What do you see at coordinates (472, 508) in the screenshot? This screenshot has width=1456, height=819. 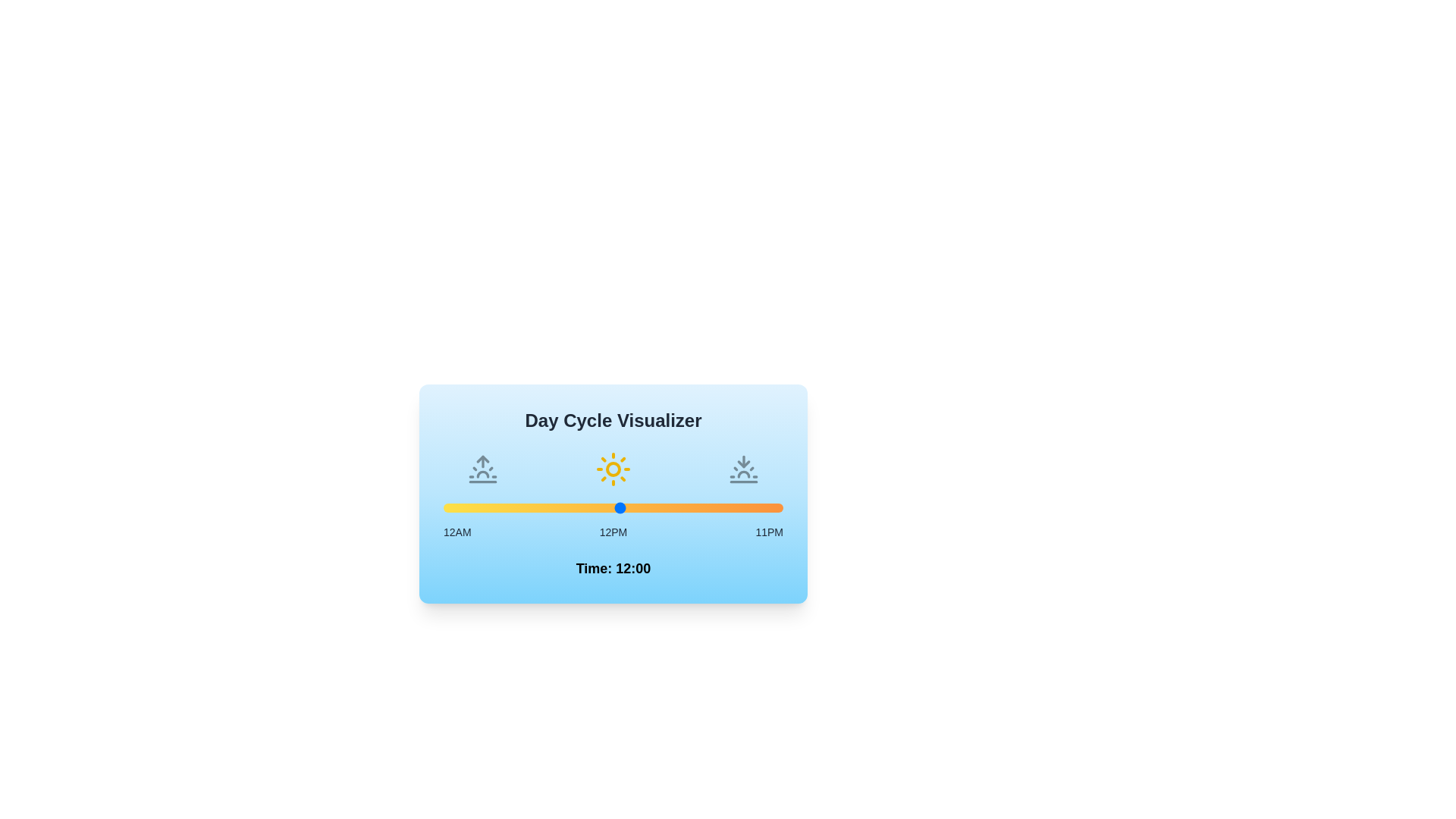 I see `the time to 2 by moving the slider` at bounding box center [472, 508].